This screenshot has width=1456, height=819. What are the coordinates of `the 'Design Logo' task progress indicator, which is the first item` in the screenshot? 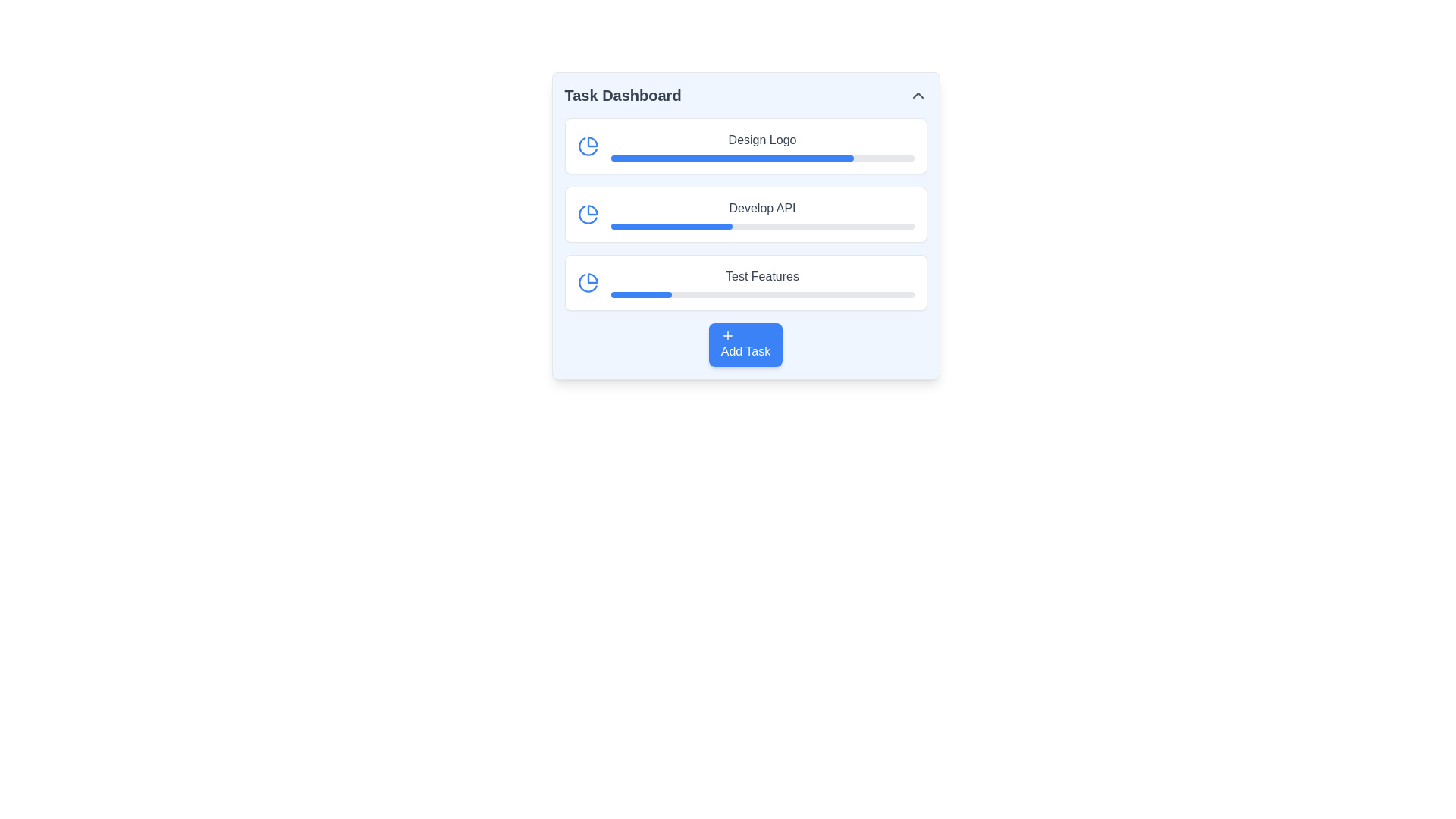 It's located at (762, 146).